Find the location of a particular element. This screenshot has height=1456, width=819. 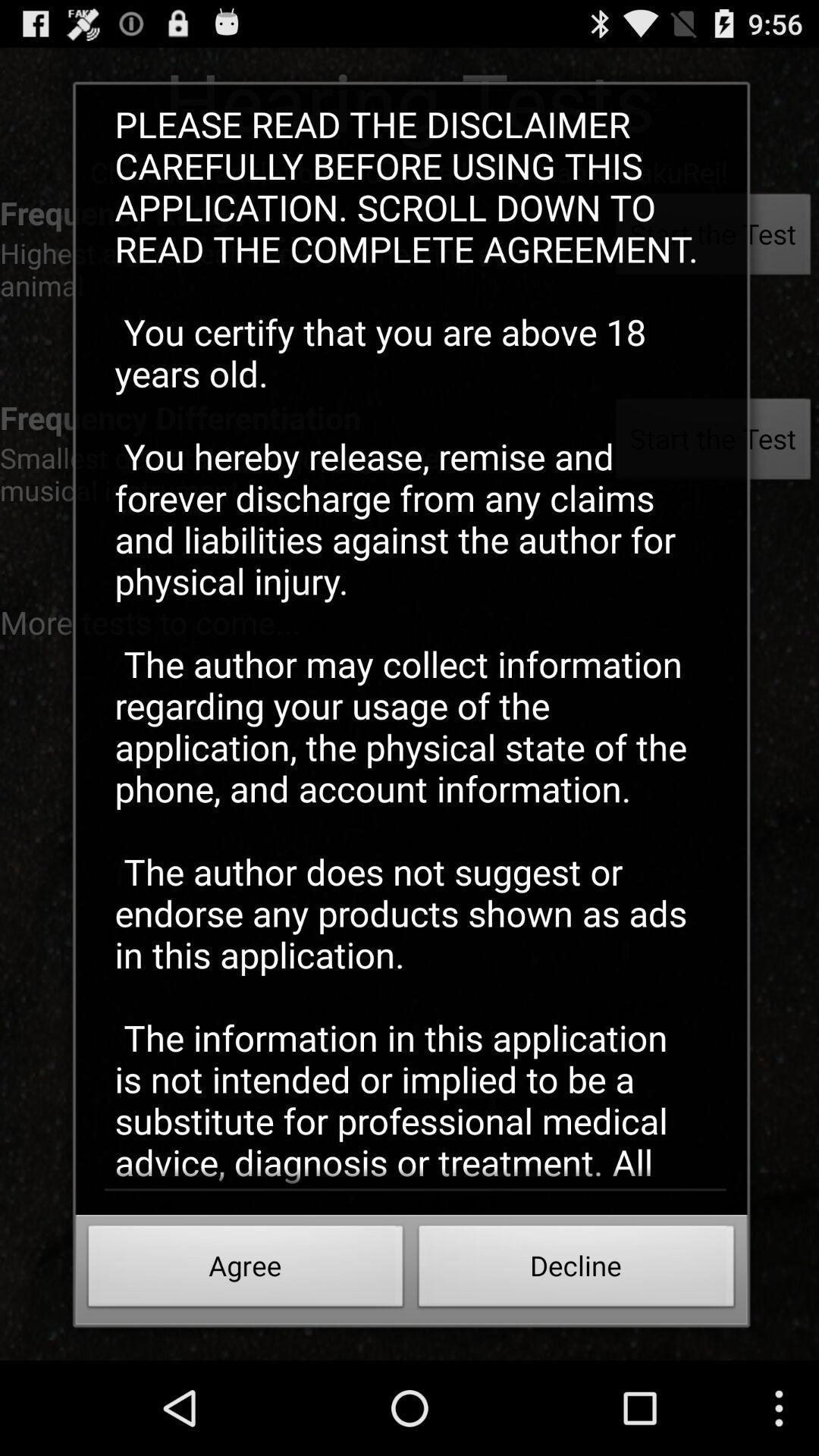

the decline is located at coordinates (576, 1270).